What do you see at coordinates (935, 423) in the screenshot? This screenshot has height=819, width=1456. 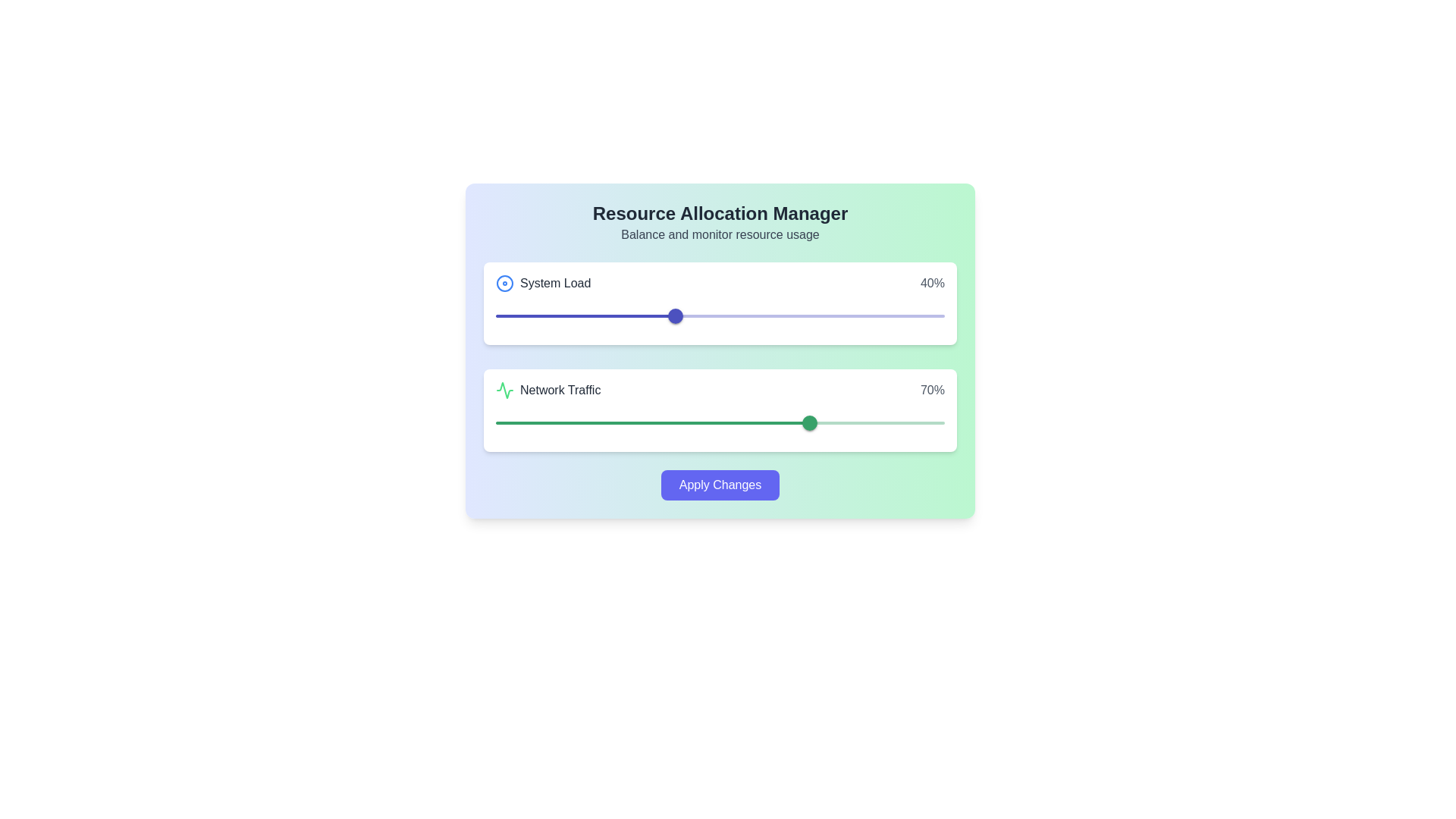 I see `the slider value` at bounding box center [935, 423].